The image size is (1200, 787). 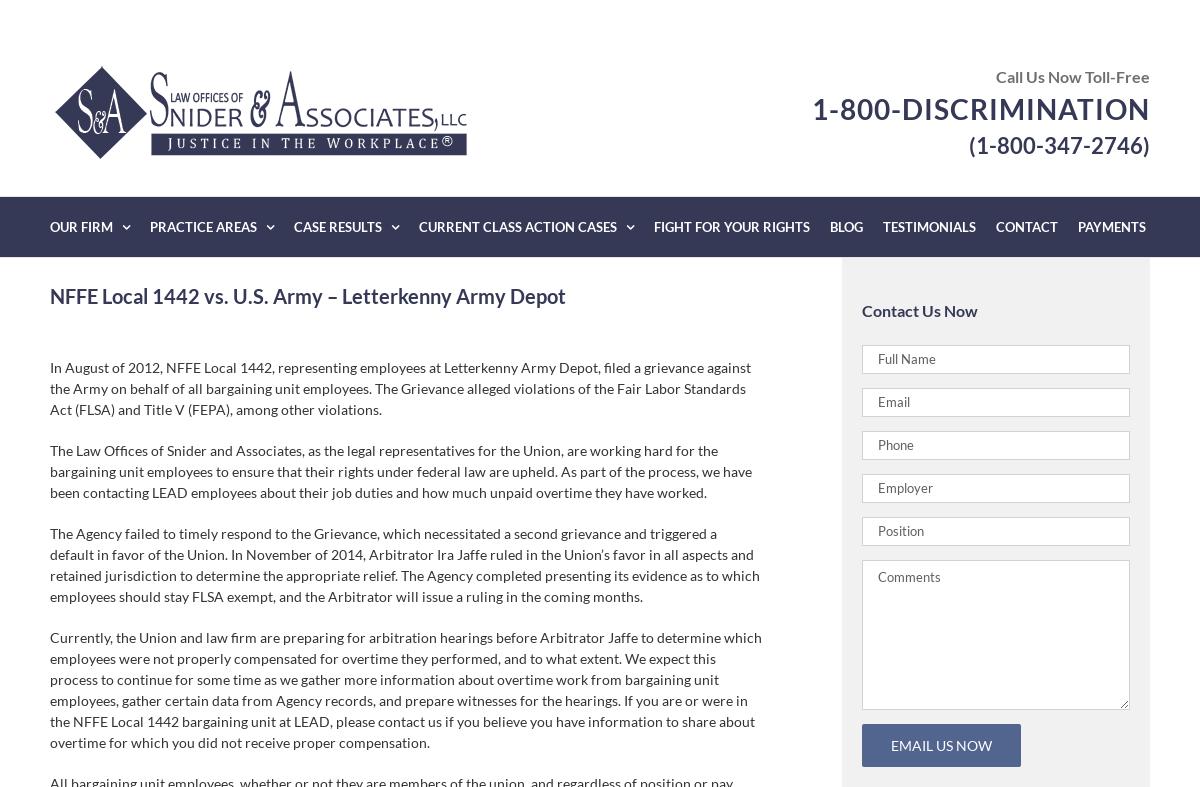 What do you see at coordinates (338, 226) in the screenshot?
I see `'Case Results'` at bounding box center [338, 226].